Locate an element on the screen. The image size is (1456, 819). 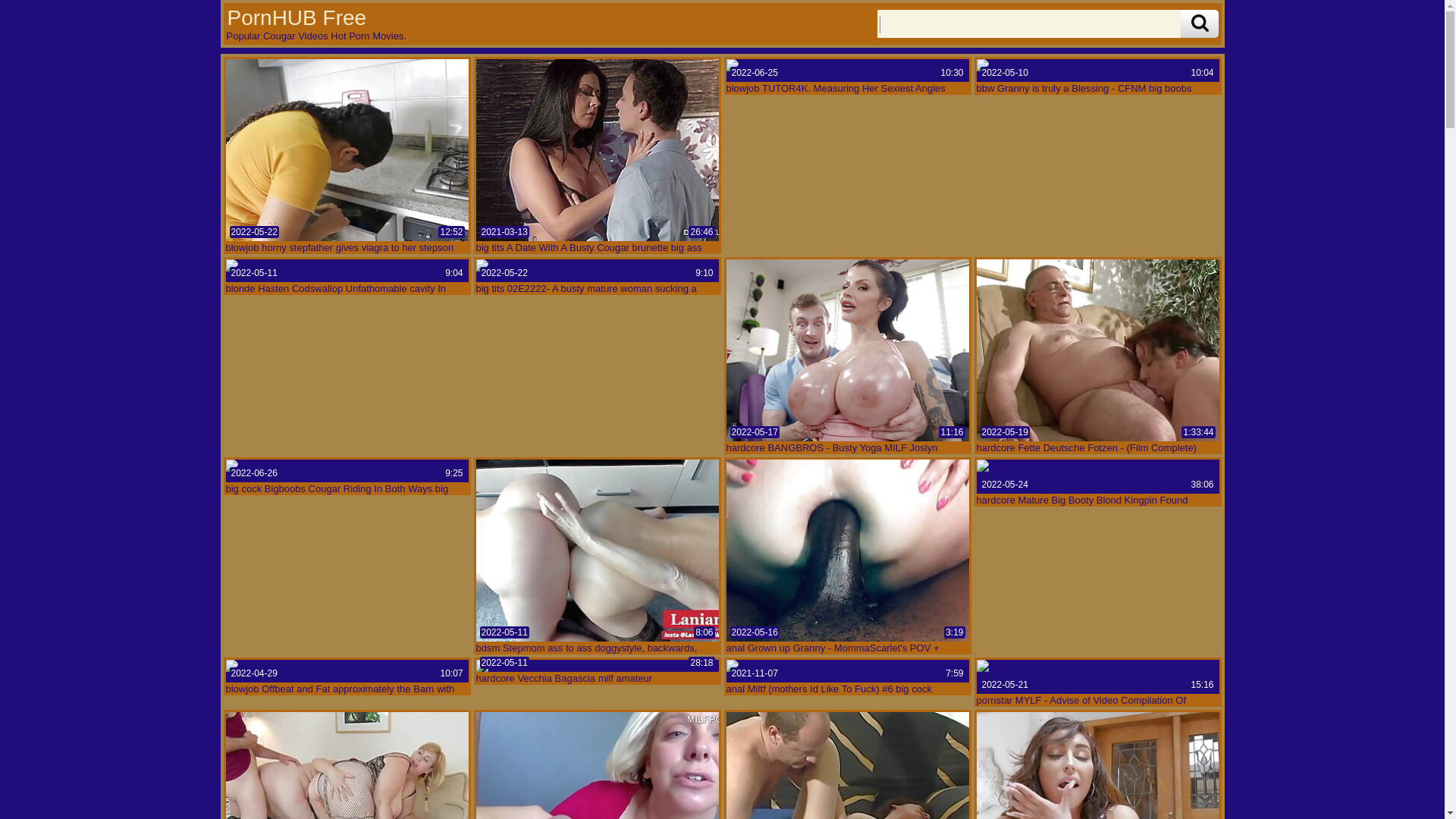
'anal Miltf (mothers Id Like To Fuck) #6 big cock american' is located at coordinates (847, 670).